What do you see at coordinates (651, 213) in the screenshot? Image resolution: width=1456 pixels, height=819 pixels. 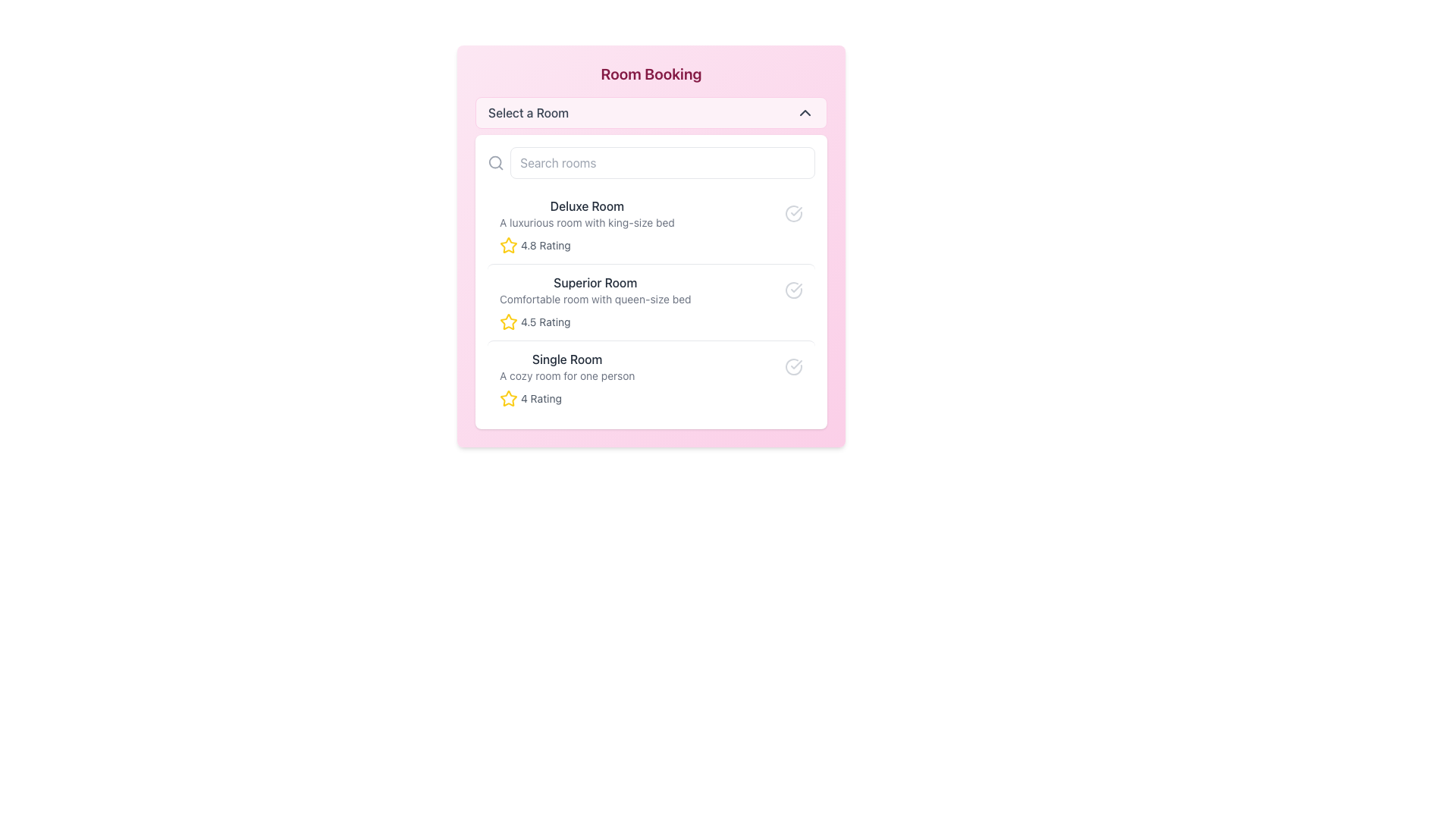 I see `the first room type option` at bounding box center [651, 213].